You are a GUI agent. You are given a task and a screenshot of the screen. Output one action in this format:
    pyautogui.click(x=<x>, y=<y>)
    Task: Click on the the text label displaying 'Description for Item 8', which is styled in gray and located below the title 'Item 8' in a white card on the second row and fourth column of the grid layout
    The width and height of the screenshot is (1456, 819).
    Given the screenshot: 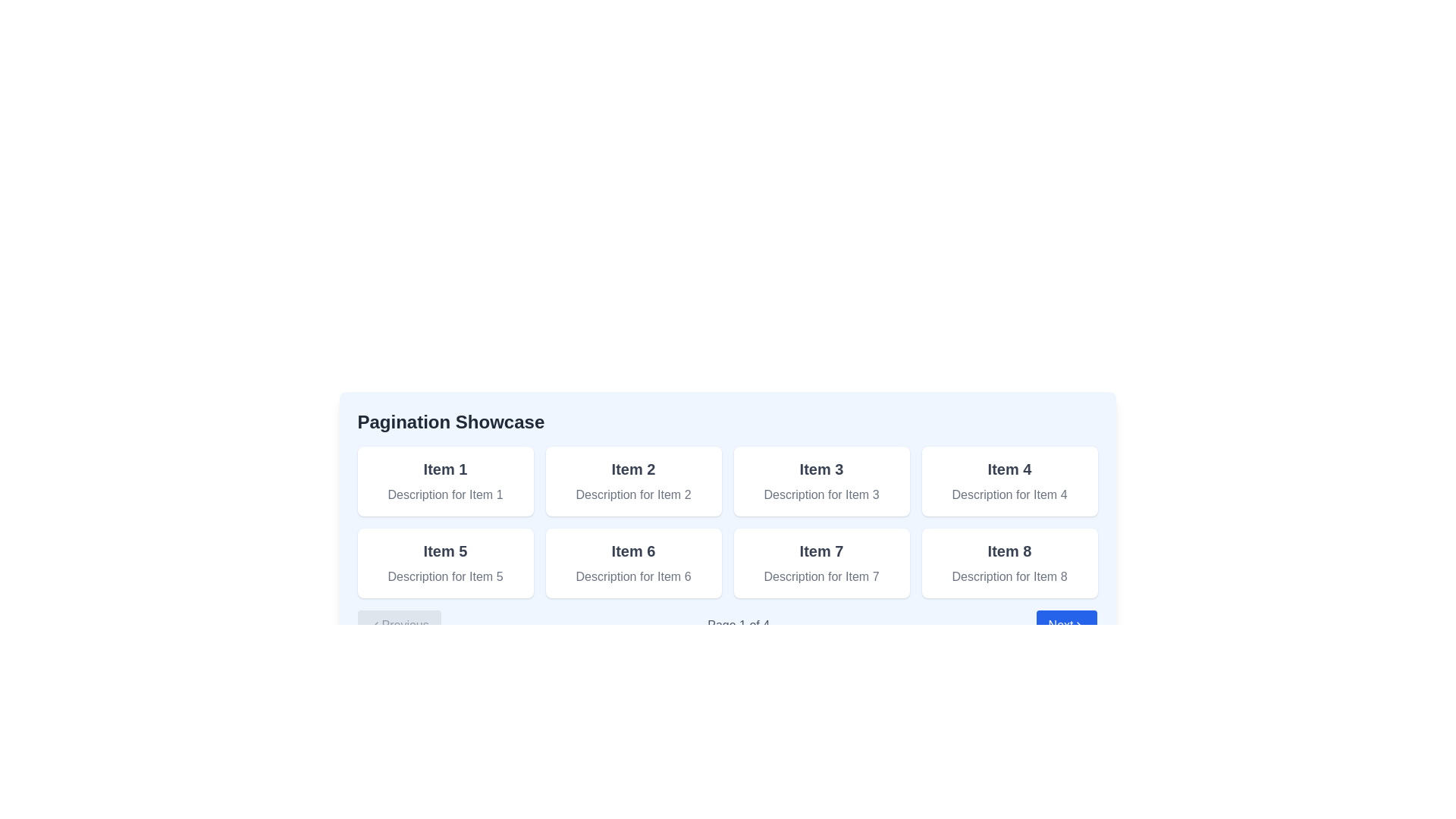 What is the action you would take?
    pyautogui.click(x=1009, y=576)
    